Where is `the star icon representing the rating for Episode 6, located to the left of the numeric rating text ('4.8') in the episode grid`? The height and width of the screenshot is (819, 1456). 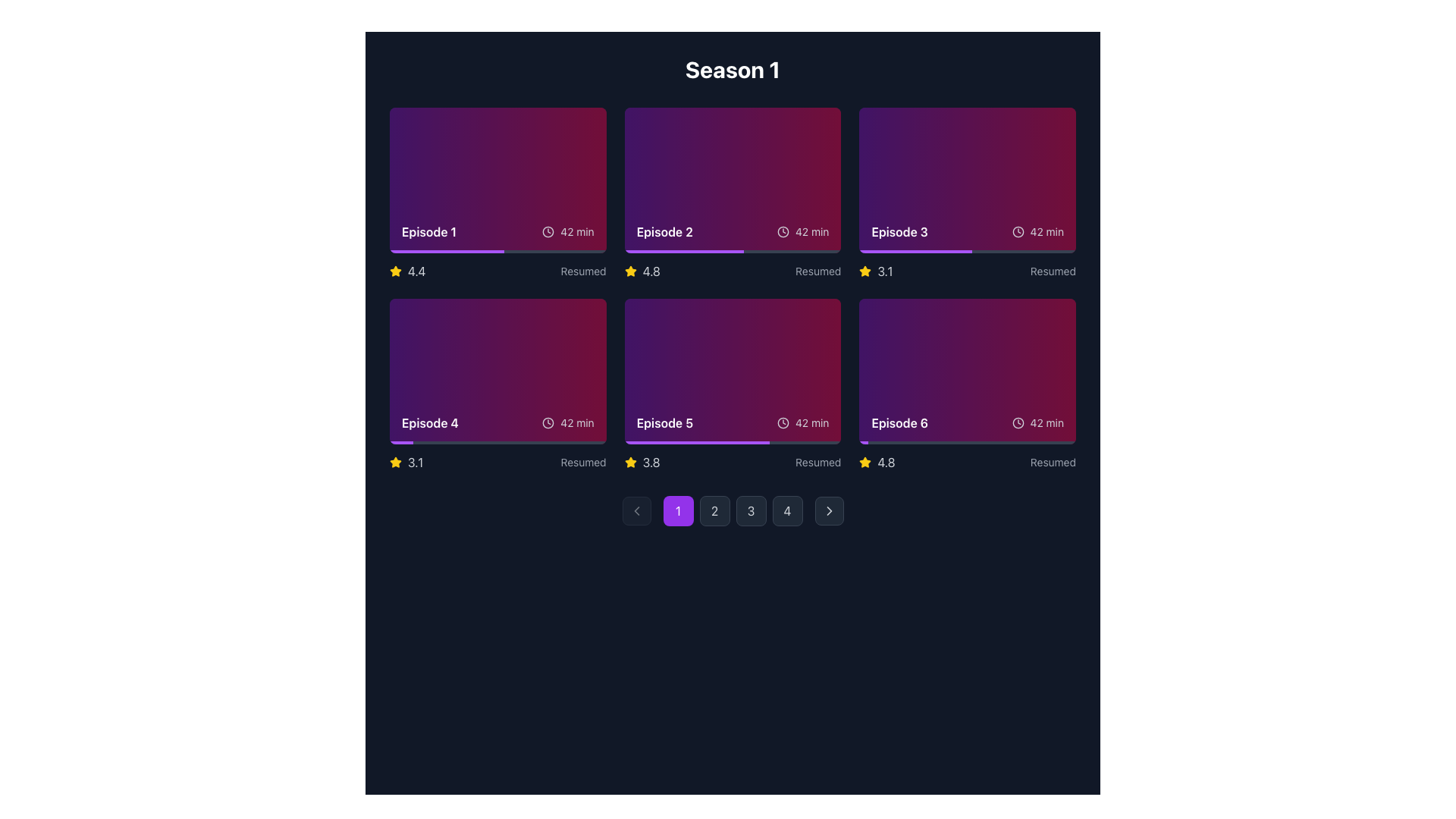
the star icon representing the rating for Episode 6, located to the left of the numeric rating text ('4.8') in the episode grid is located at coordinates (865, 461).